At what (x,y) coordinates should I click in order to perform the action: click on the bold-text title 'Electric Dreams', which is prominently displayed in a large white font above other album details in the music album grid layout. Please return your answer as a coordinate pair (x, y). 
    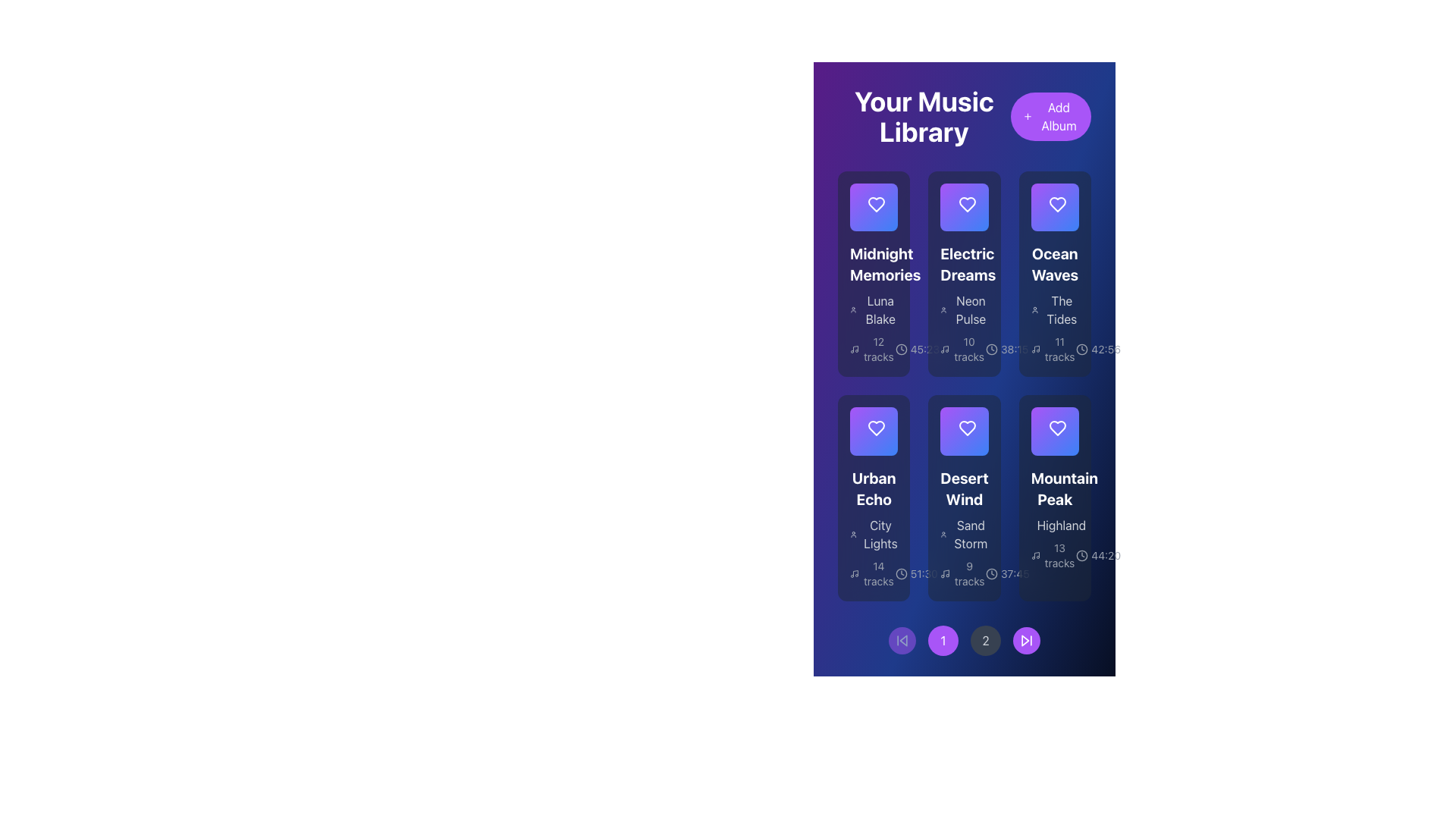
    Looking at the image, I should click on (964, 264).